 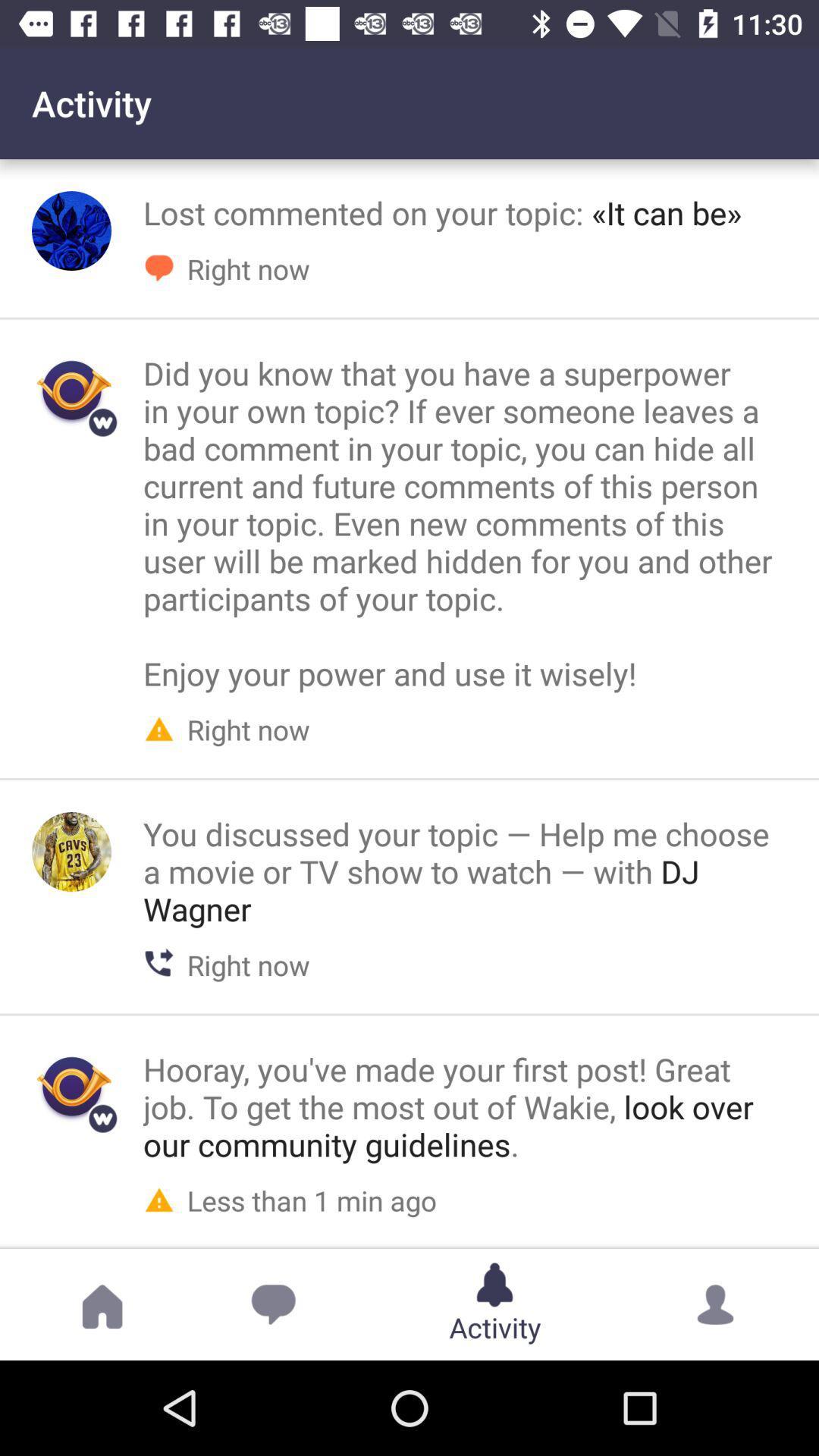 I want to click on profile, so click(x=71, y=852).